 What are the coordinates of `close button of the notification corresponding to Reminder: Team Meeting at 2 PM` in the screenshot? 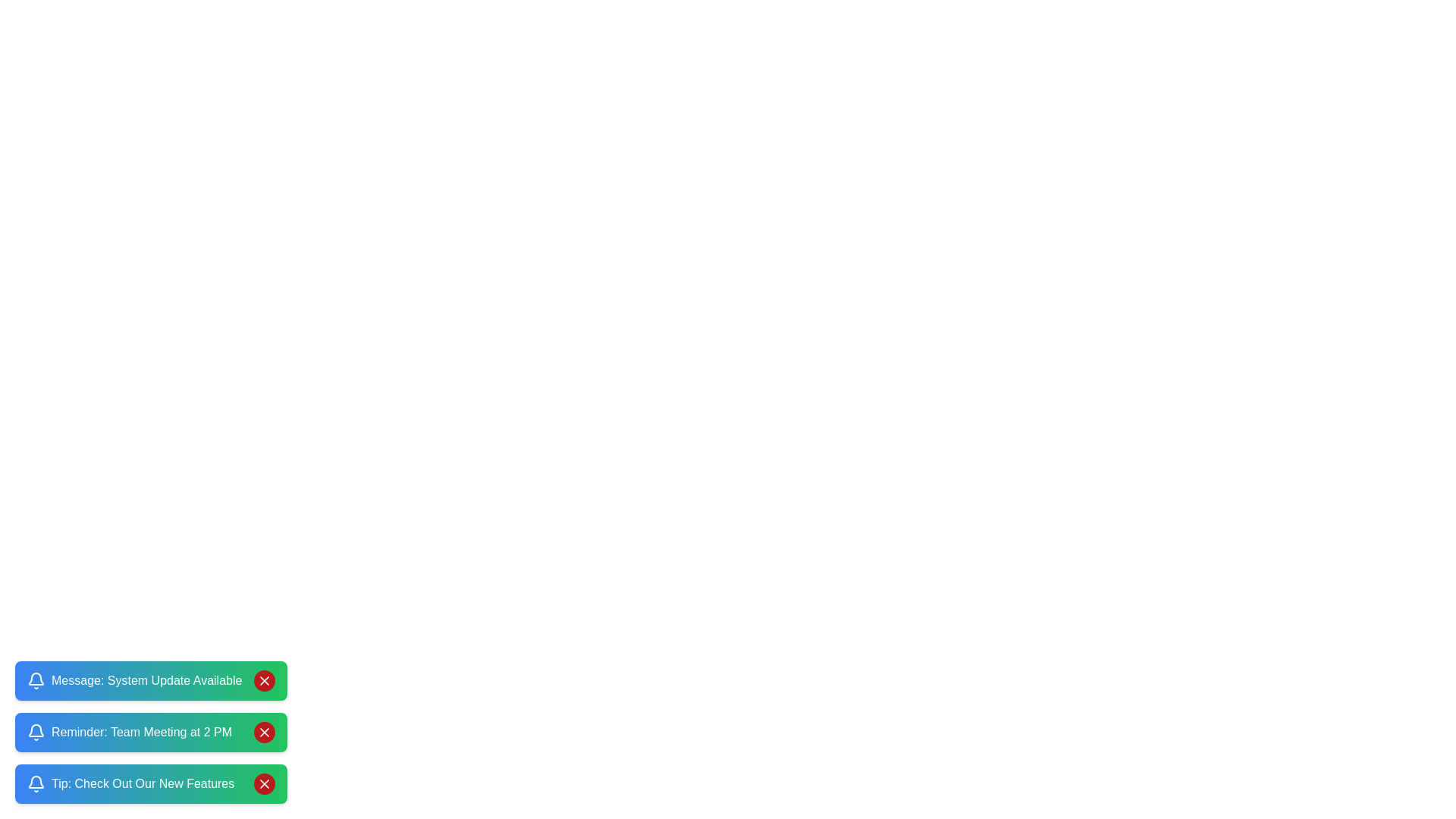 It's located at (265, 731).